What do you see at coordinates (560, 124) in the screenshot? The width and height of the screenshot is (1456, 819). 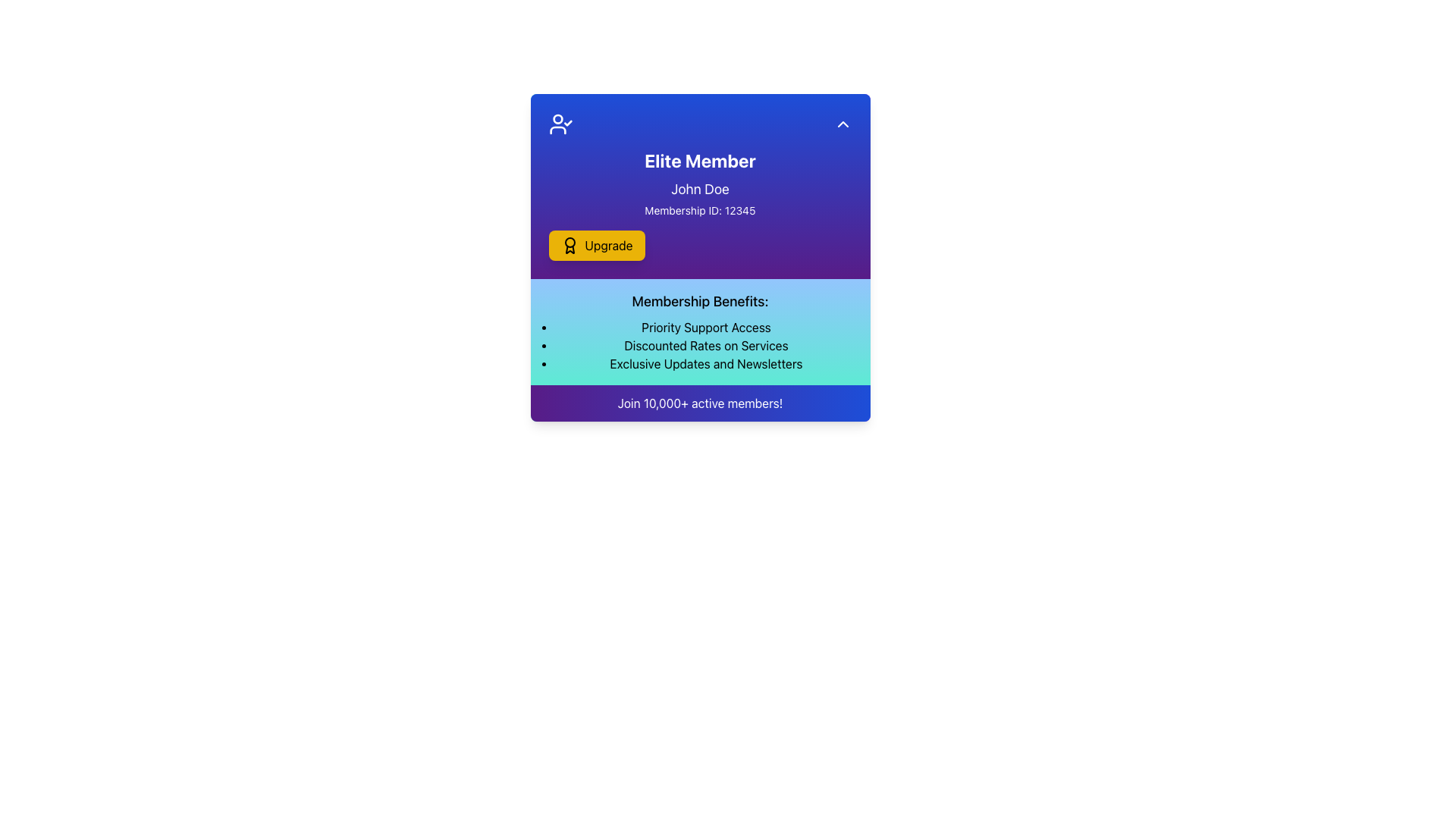 I see `the elite membership status icon located in the top left corner of the member information card, adjacent to the 'Elite Member' text` at bounding box center [560, 124].